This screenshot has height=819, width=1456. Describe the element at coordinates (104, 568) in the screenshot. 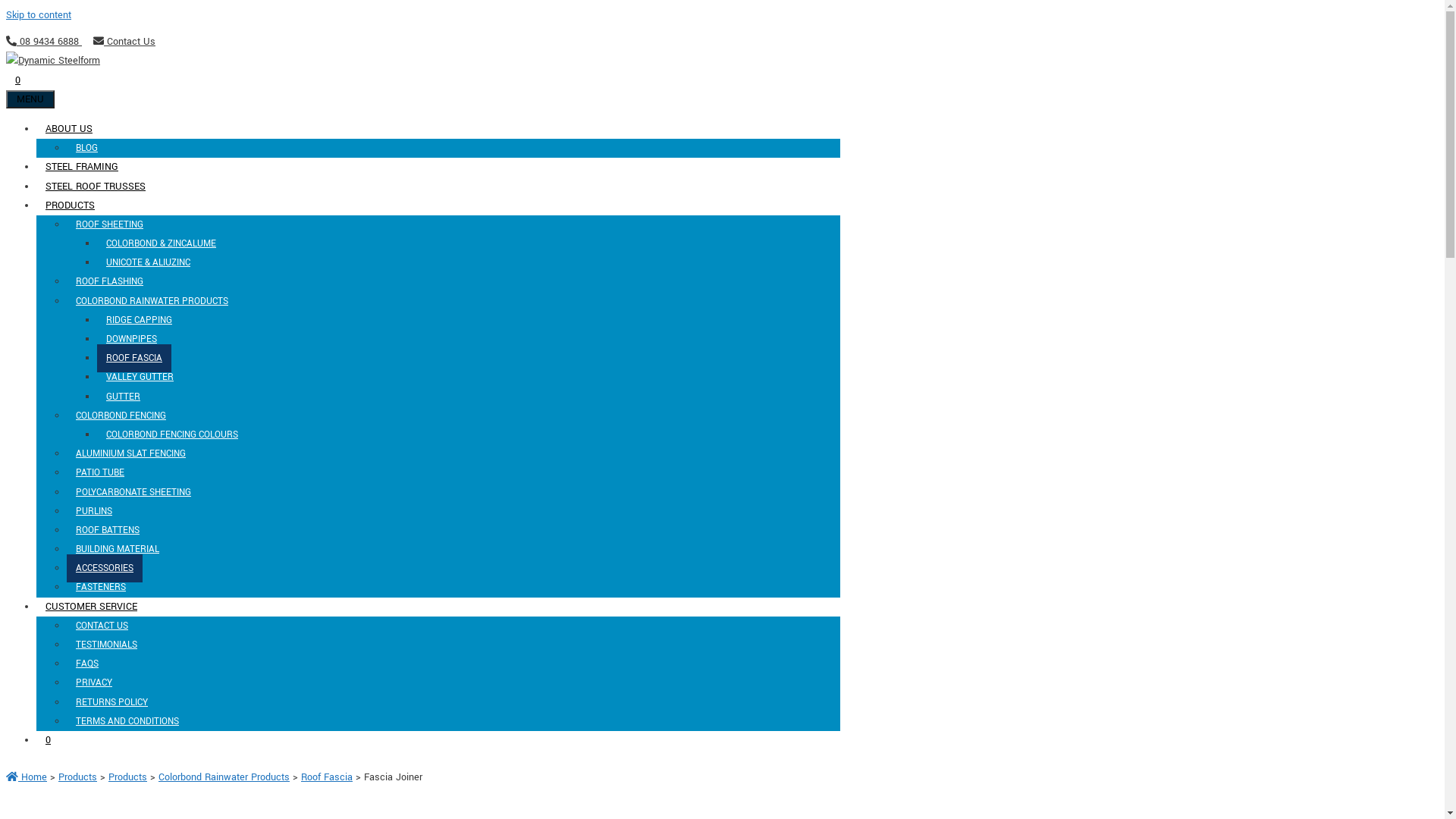

I see `'ACCESSORIES'` at that location.